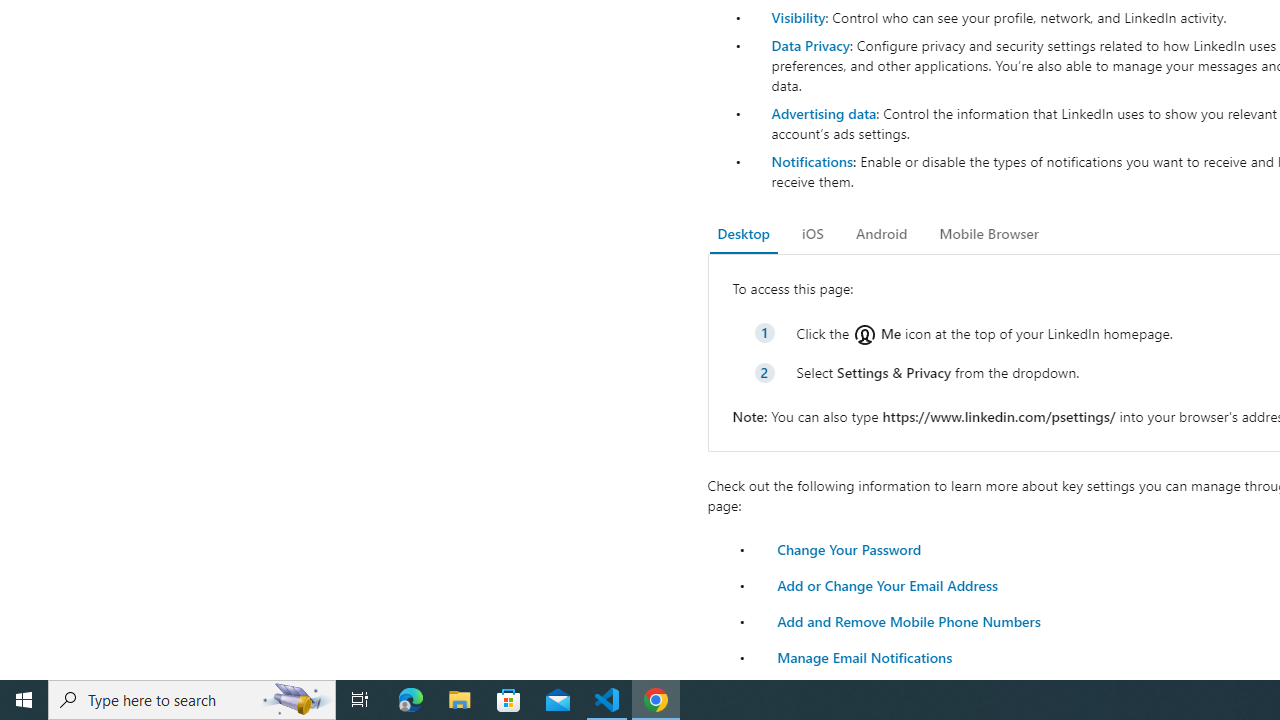 This screenshot has height=720, width=1280. Describe the element at coordinates (743, 233) in the screenshot. I see `'Desktop'` at that location.